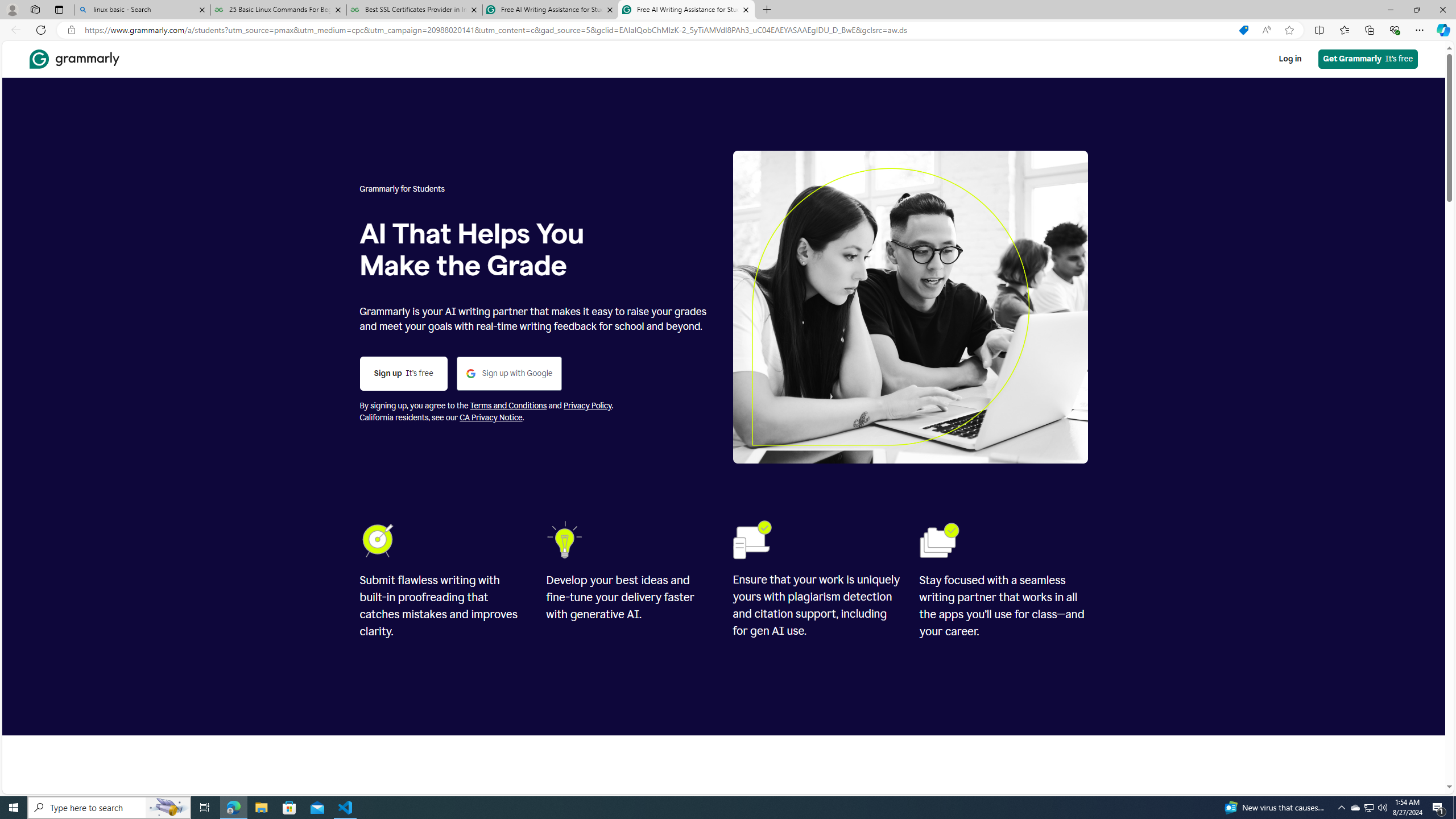 This screenshot has height=819, width=1456. Describe the element at coordinates (586, 406) in the screenshot. I see `'Privacy Policy'` at that location.